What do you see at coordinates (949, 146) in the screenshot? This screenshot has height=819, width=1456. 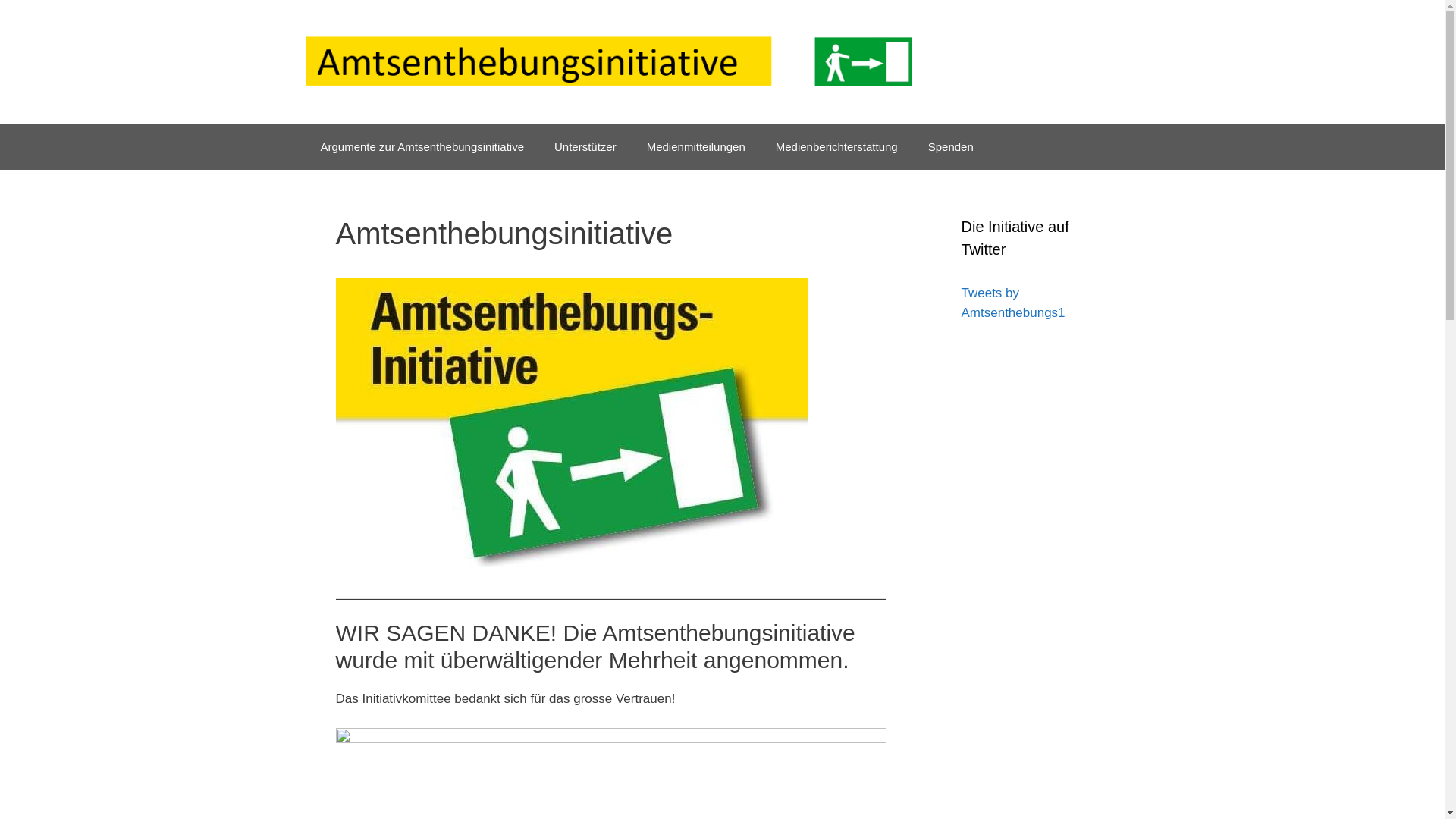 I see `'Spenden'` at bounding box center [949, 146].